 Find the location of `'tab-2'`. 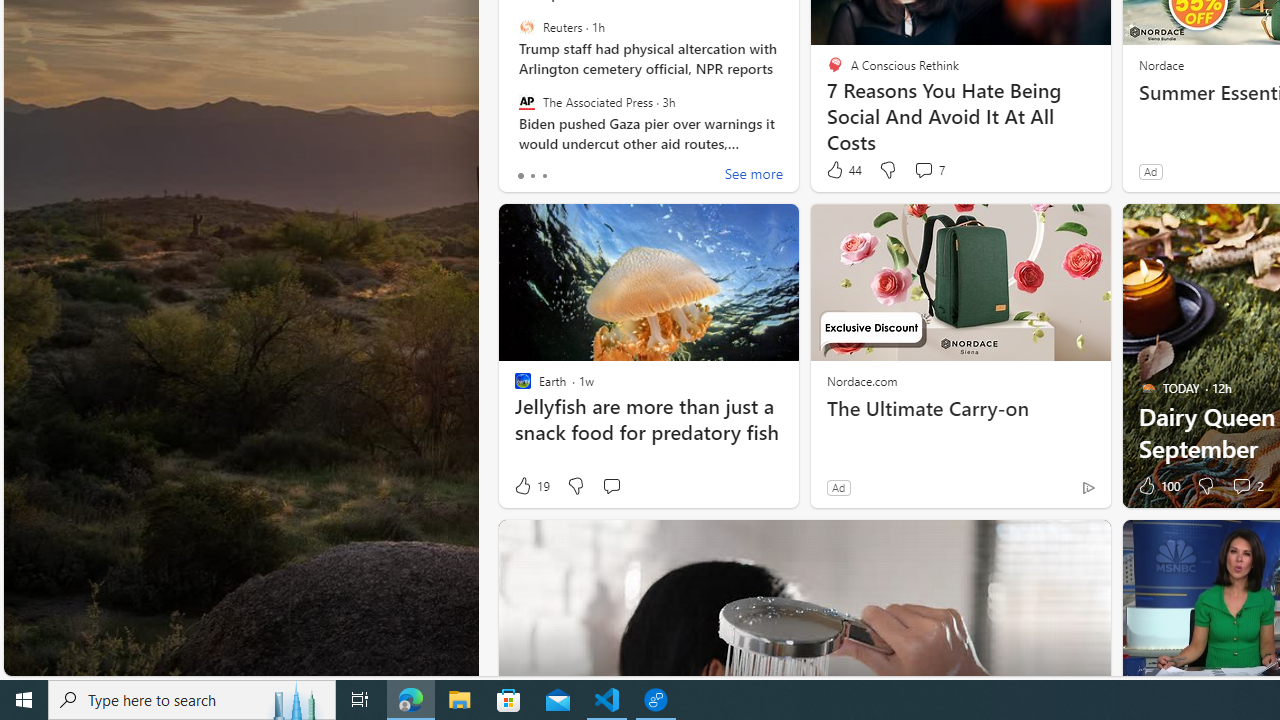

'tab-2' is located at coordinates (544, 175).